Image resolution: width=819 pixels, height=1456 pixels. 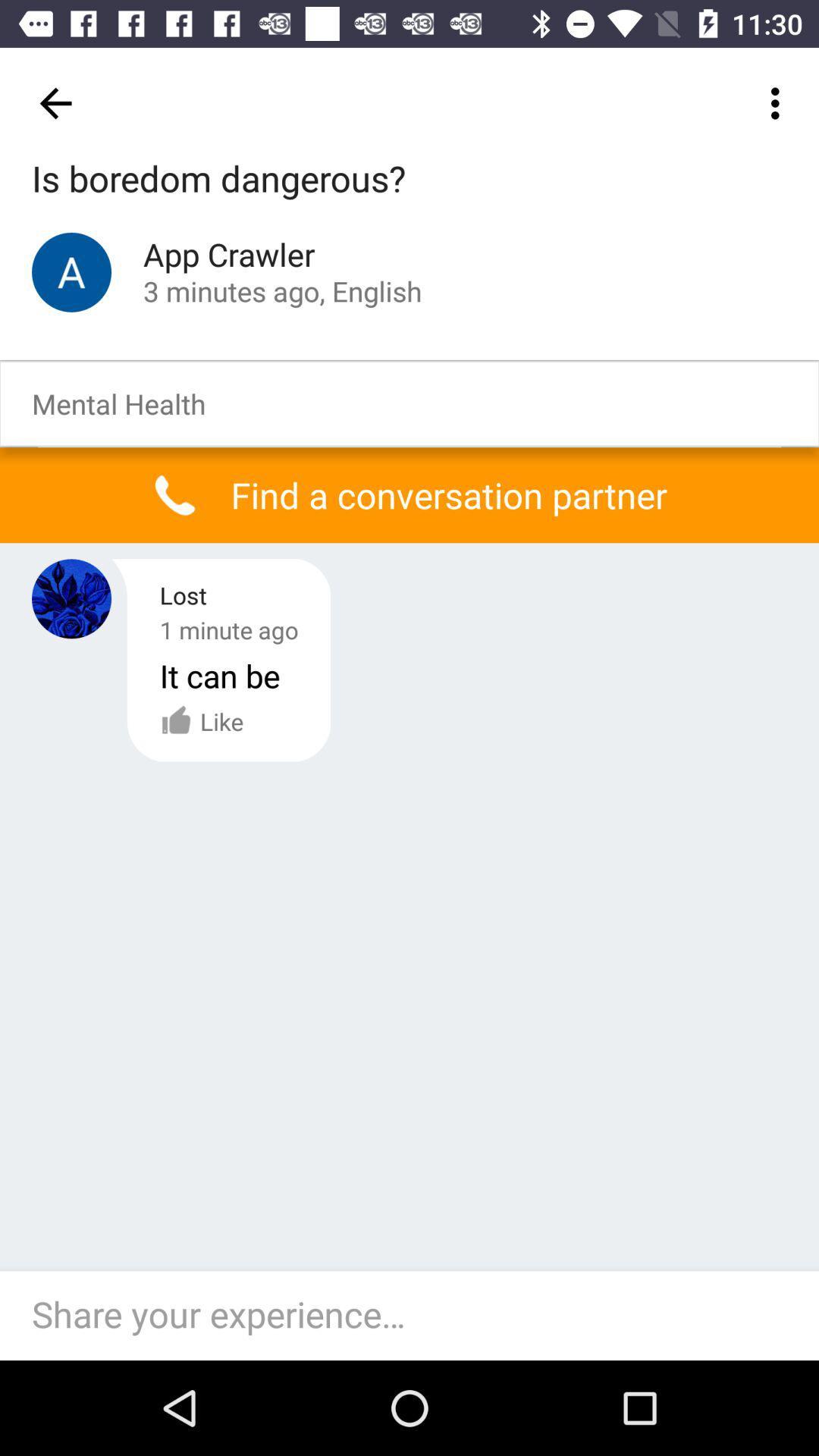 What do you see at coordinates (417, 1314) in the screenshot?
I see `text box which says share your experience` at bounding box center [417, 1314].